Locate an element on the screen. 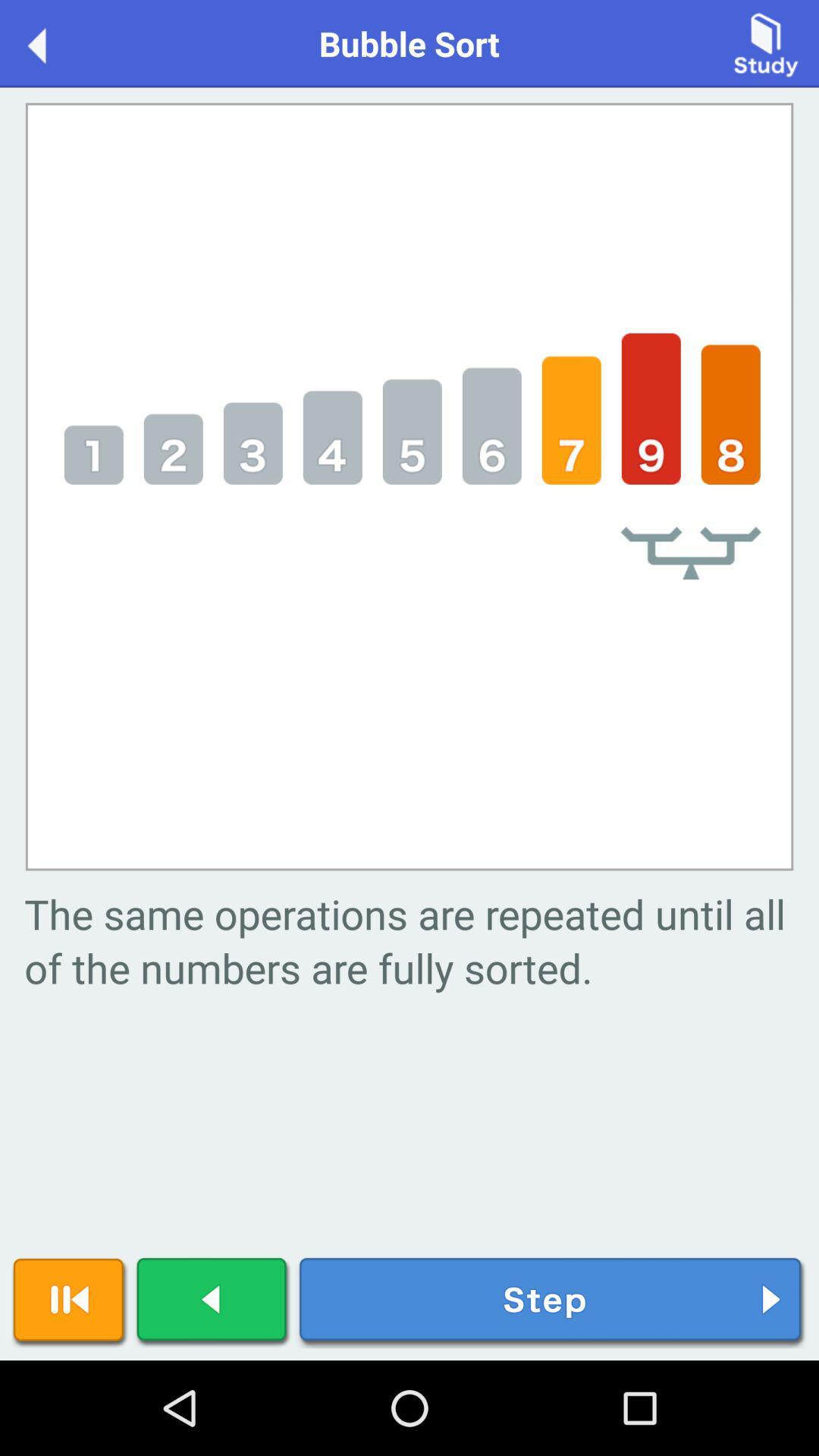  icon to the right of the bubble sort icon is located at coordinates (766, 42).